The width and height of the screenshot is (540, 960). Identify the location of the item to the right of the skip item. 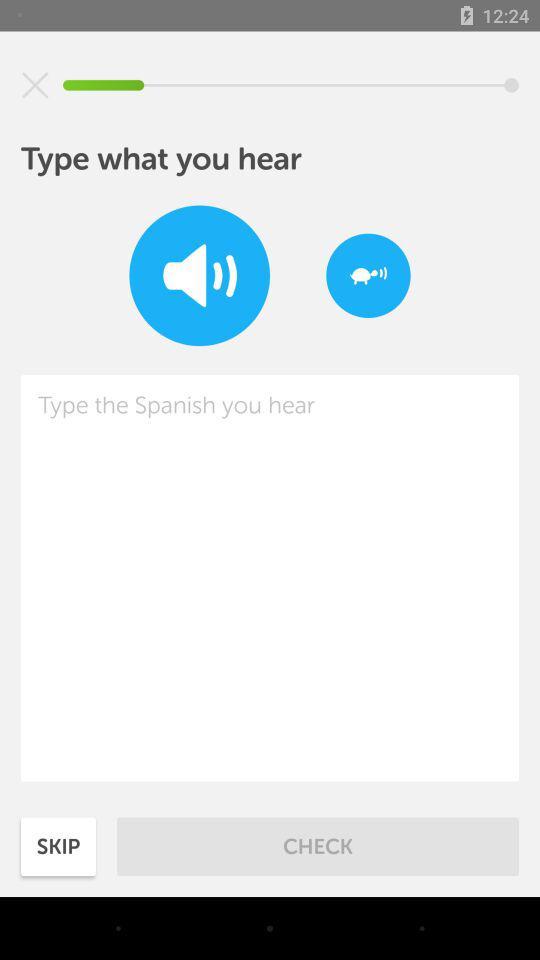
(318, 845).